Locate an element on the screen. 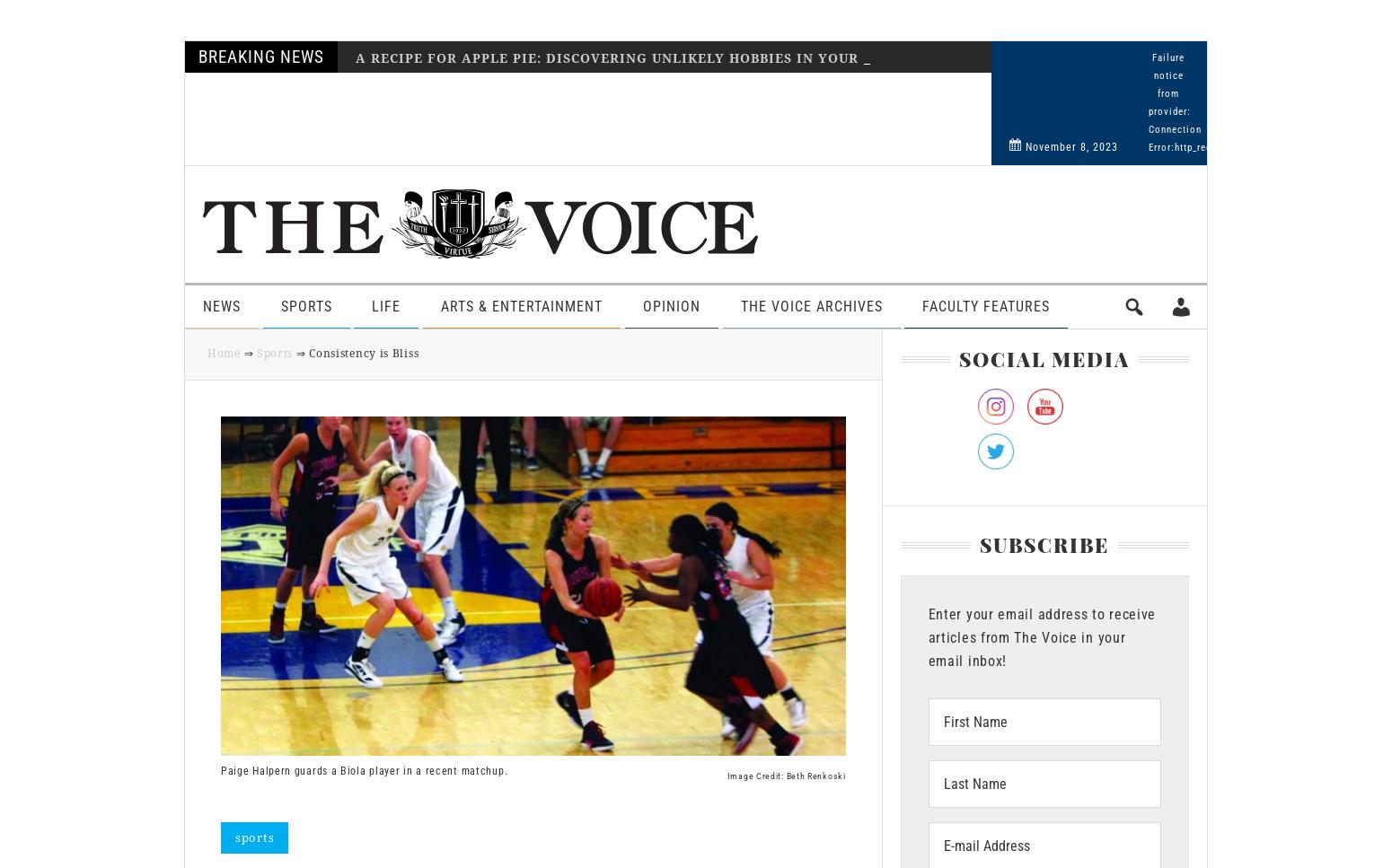 Image resolution: width=1392 pixels, height=868 pixels. 'News' is located at coordinates (222, 305).